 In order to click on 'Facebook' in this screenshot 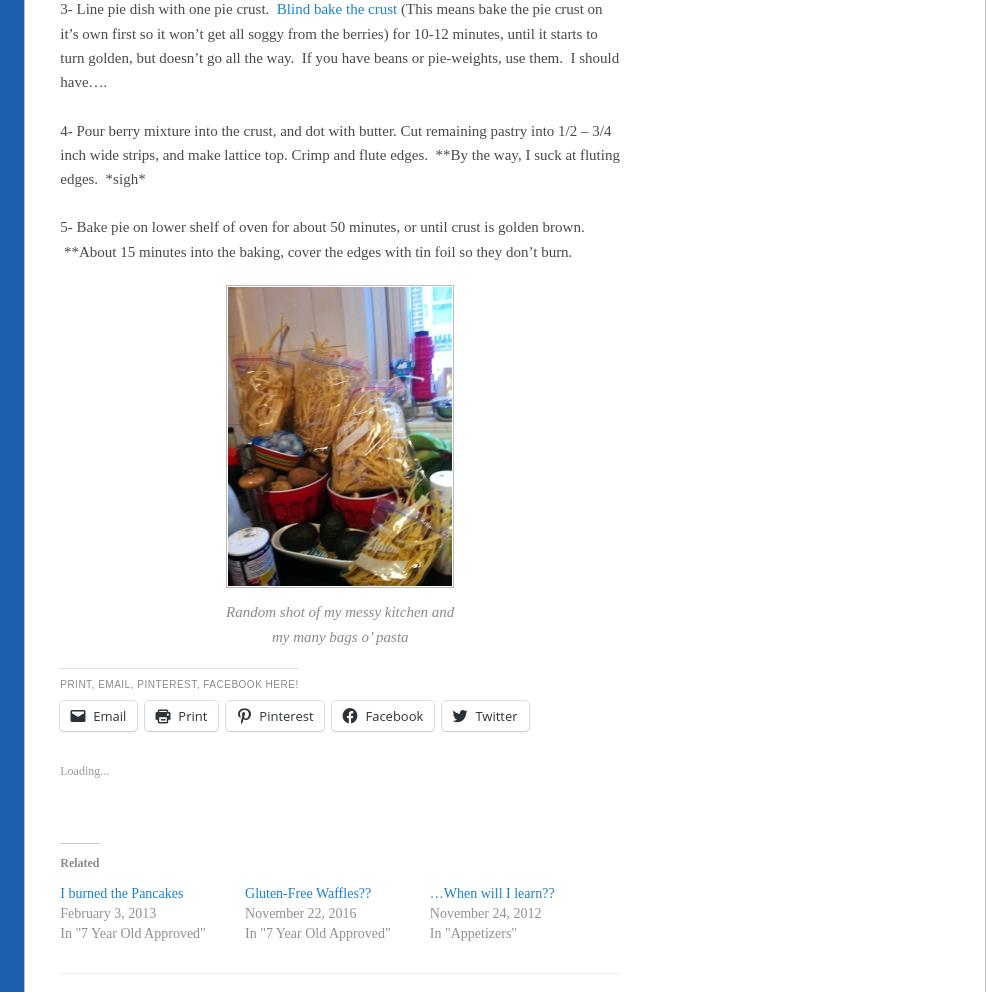, I will do `click(393, 716)`.